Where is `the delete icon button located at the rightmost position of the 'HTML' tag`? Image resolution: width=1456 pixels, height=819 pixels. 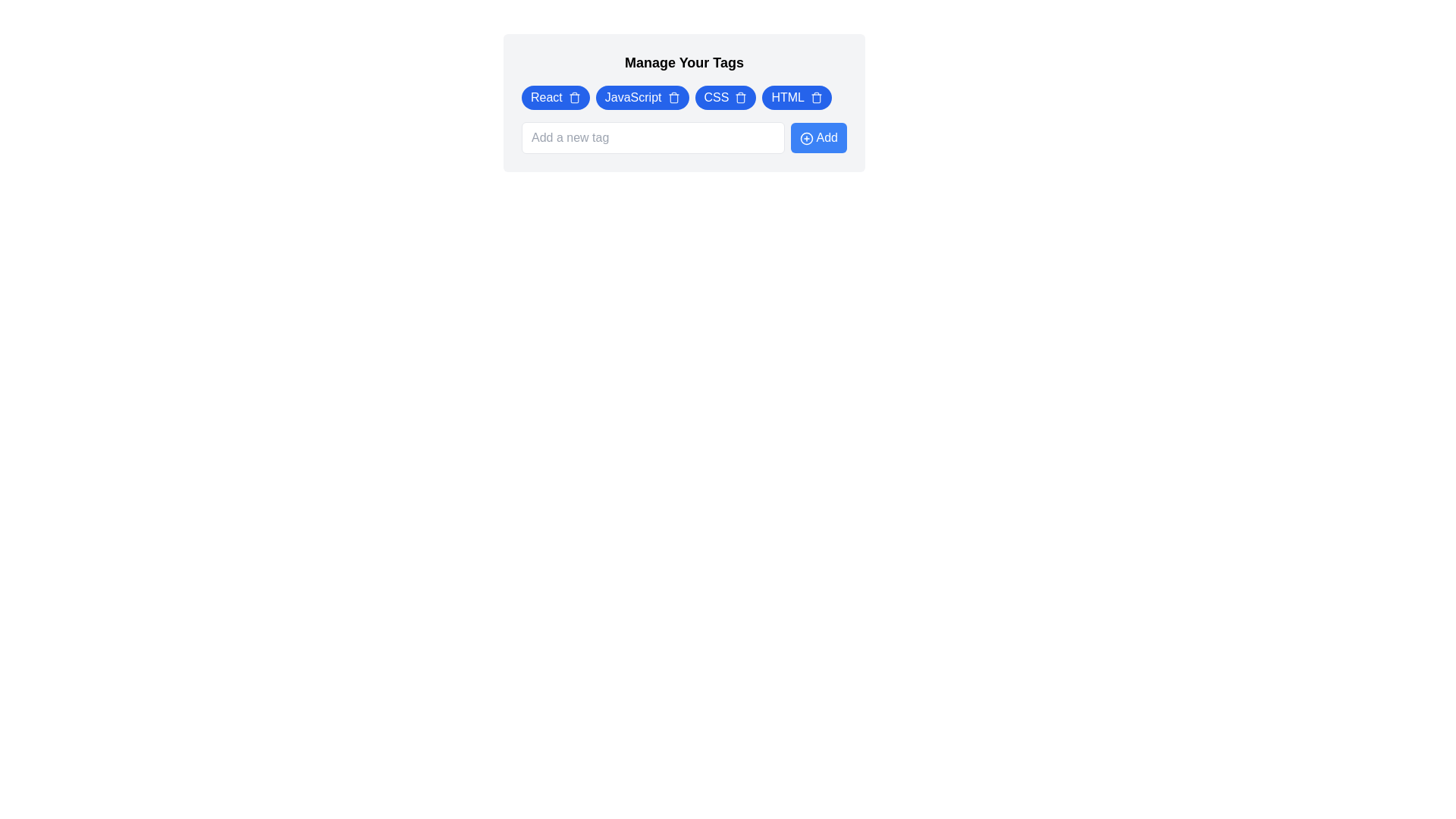 the delete icon button located at the rightmost position of the 'HTML' tag is located at coordinates (815, 97).